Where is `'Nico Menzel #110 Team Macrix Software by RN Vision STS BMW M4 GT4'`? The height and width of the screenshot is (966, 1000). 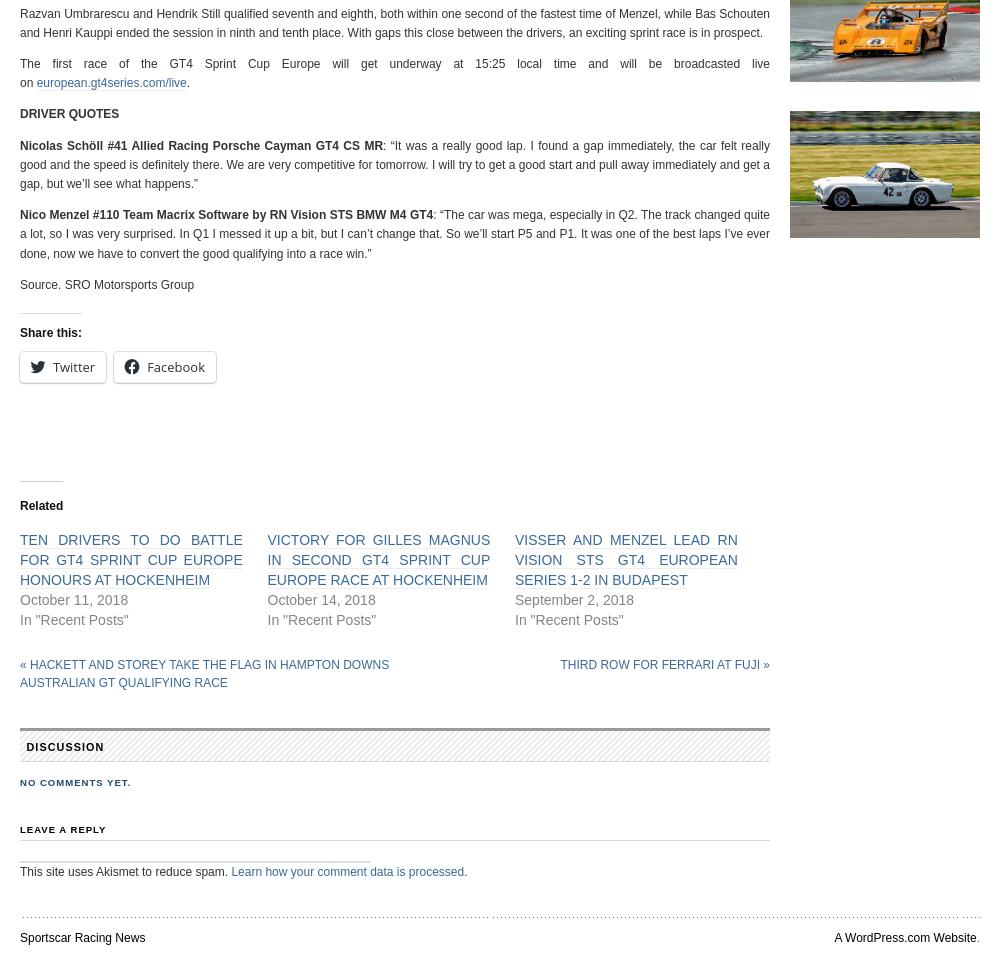
'Nico Menzel #110 Team Macrix Software by RN Vision STS BMW M4 GT4' is located at coordinates (225, 214).